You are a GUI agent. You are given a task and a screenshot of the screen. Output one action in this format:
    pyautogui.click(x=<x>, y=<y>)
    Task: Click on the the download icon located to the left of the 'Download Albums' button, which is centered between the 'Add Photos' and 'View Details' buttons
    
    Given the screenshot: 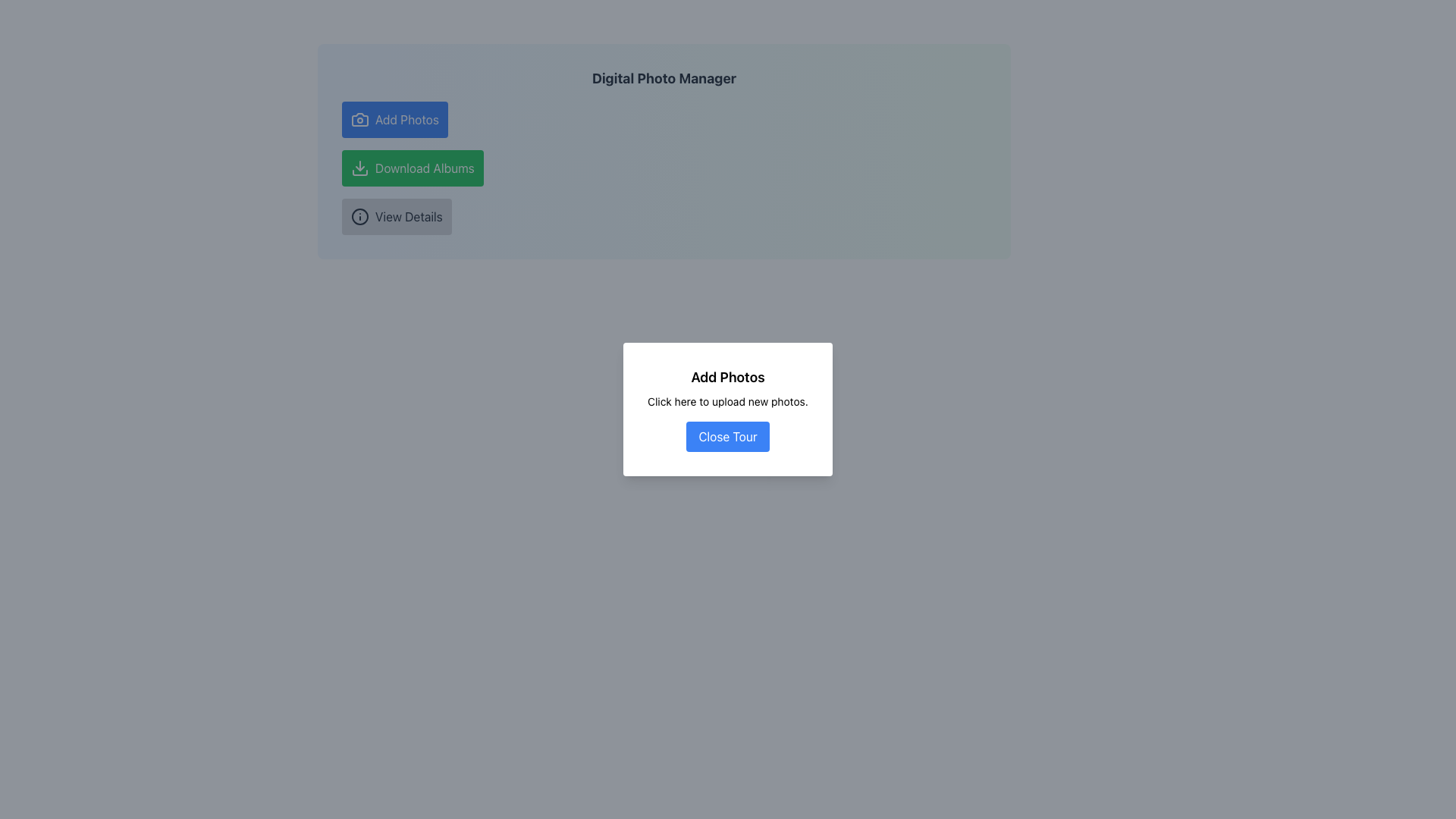 What is the action you would take?
    pyautogui.click(x=359, y=168)
    